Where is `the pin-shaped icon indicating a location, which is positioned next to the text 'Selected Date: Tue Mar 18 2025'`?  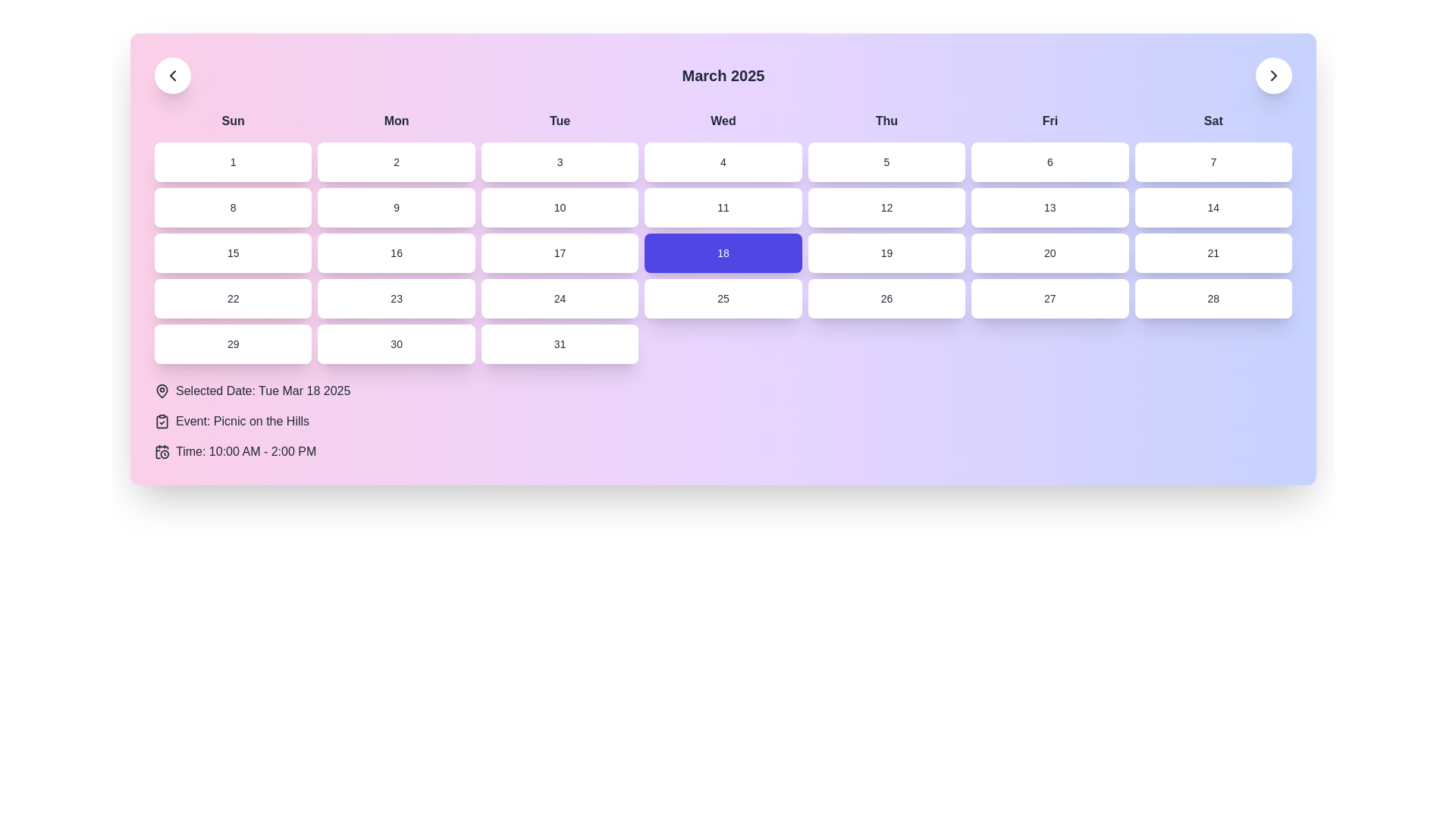
the pin-shaped icon indicating a location, which is positioned next to the text 'Selected Date: Tue Mar 18 2025' is located at coordinates (162, 391).